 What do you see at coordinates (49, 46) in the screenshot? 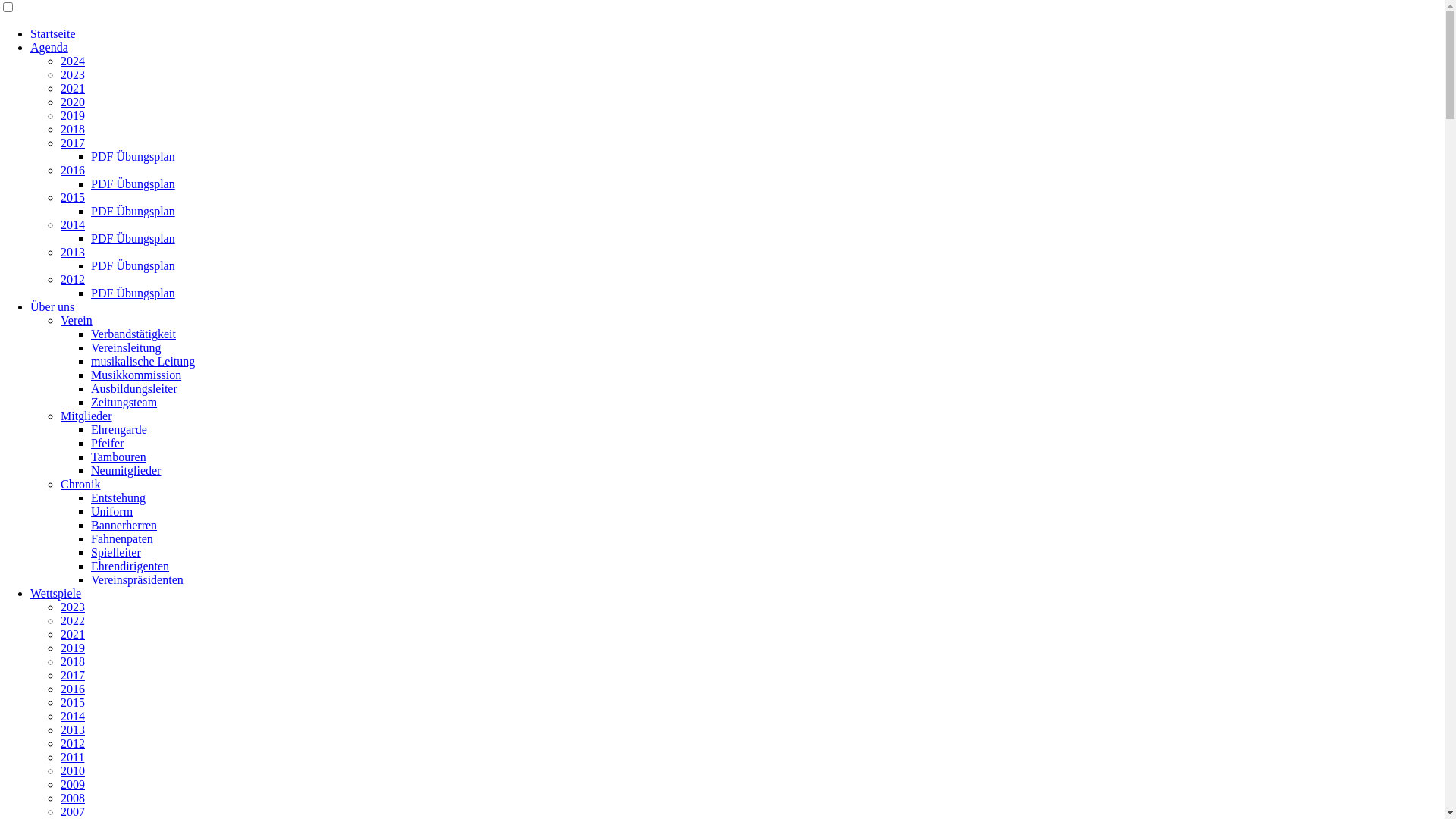
I see `'Agenda'` at bounding box center [49, 46].